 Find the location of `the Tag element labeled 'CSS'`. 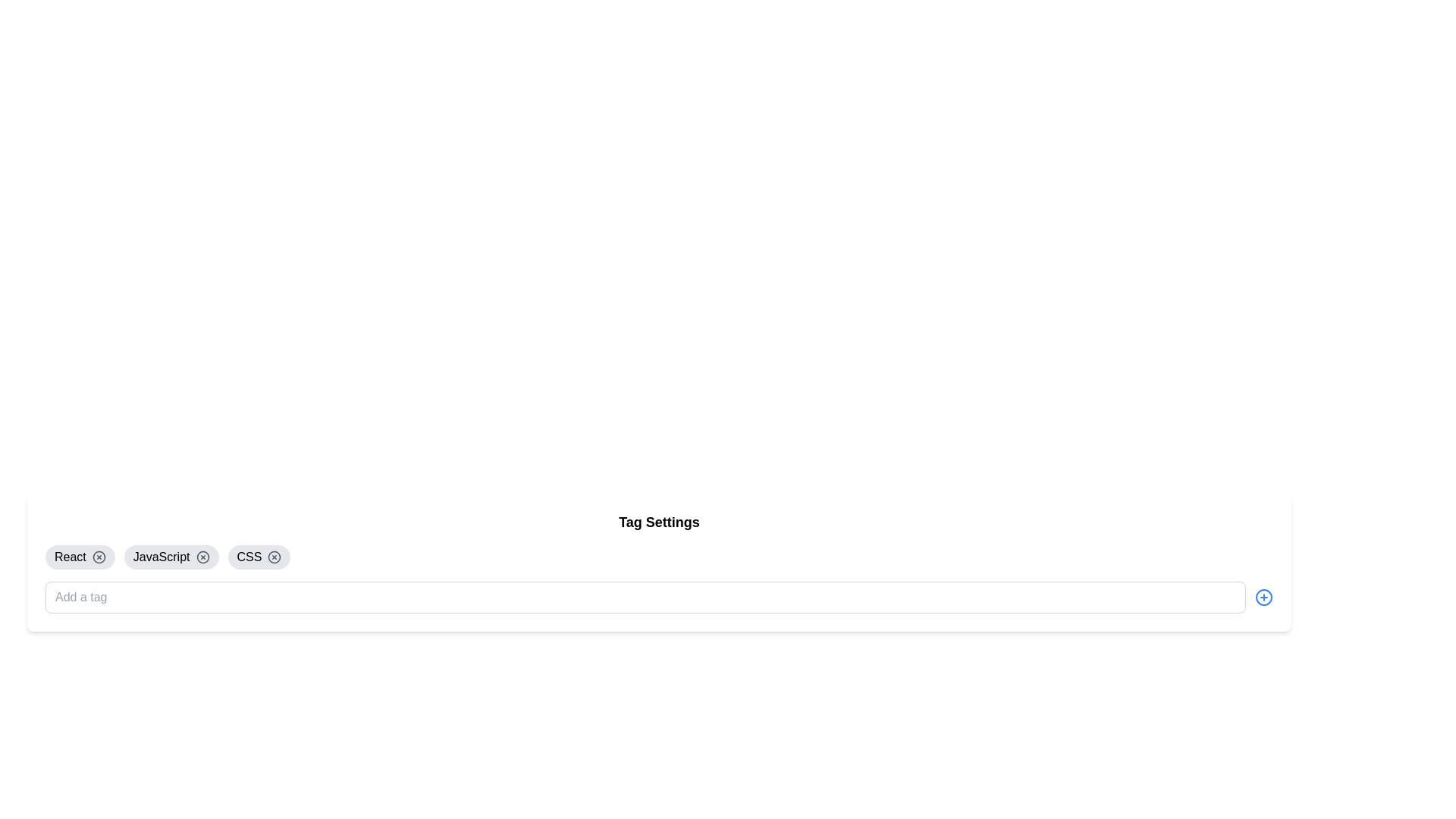

the Tag element labeled 'CSS' is located at coordinates (259, 557).